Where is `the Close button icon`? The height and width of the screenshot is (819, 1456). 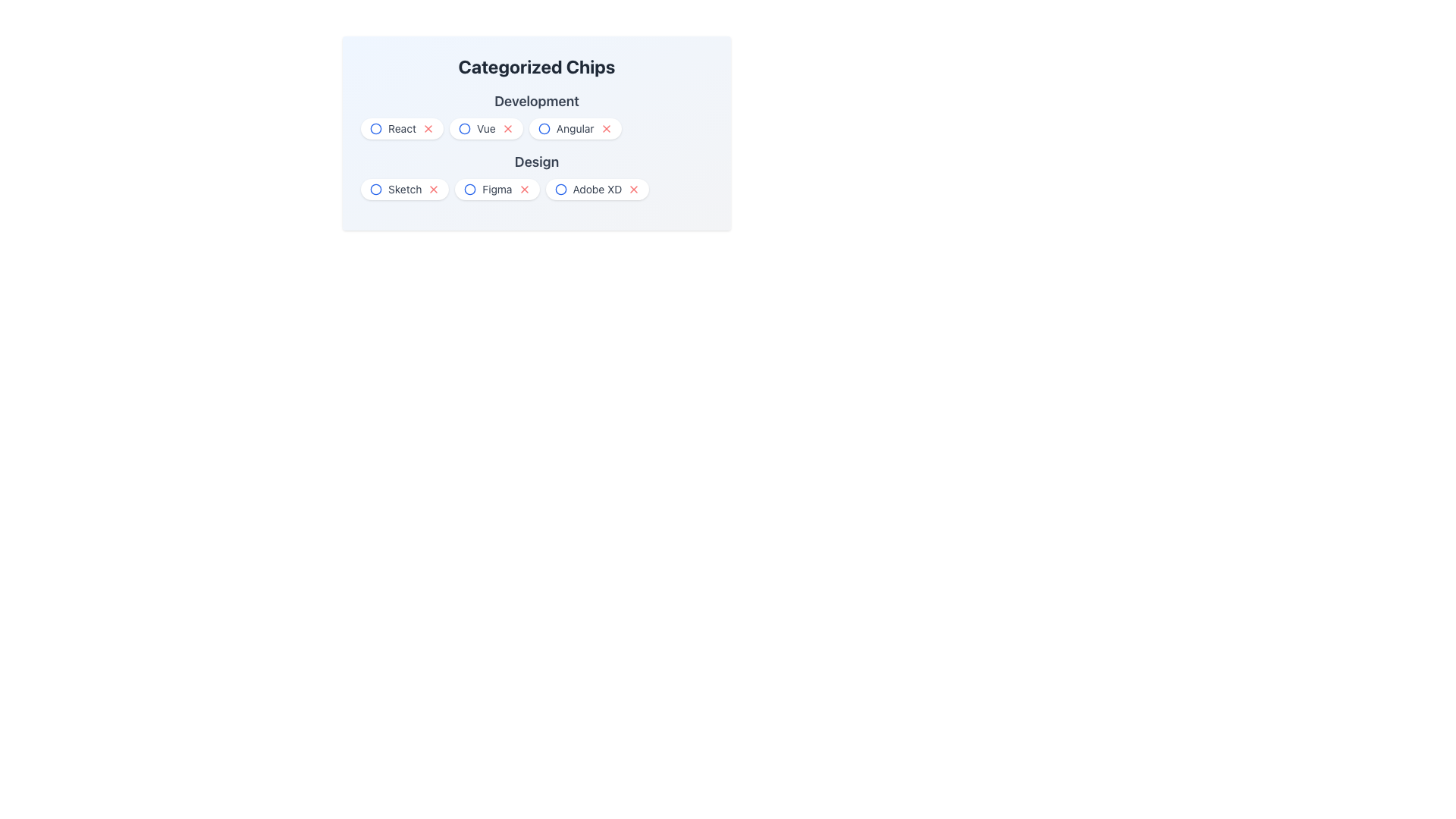 the Close button icon is located at coordinates (605, 127).